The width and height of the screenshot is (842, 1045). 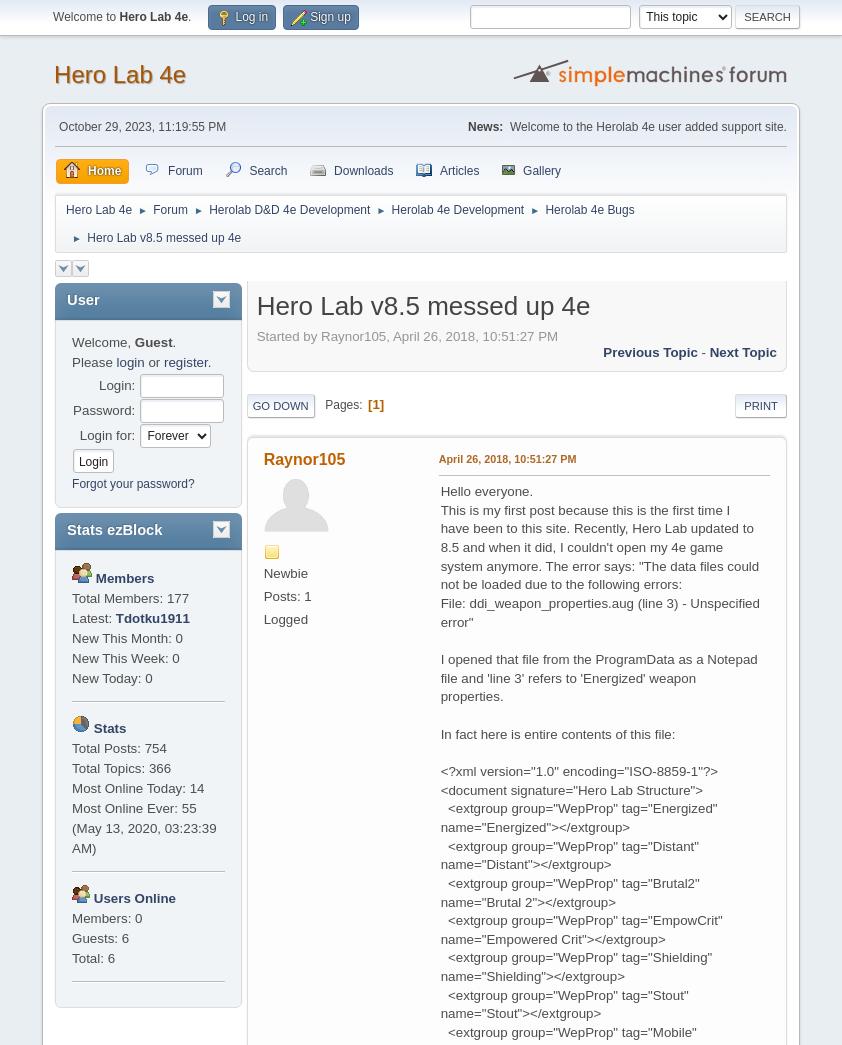 What do you see at coordinates (289, 209) in the screenshot?
I see `'Herolab D&D 4e Development'` at bounding box center [289, 209].